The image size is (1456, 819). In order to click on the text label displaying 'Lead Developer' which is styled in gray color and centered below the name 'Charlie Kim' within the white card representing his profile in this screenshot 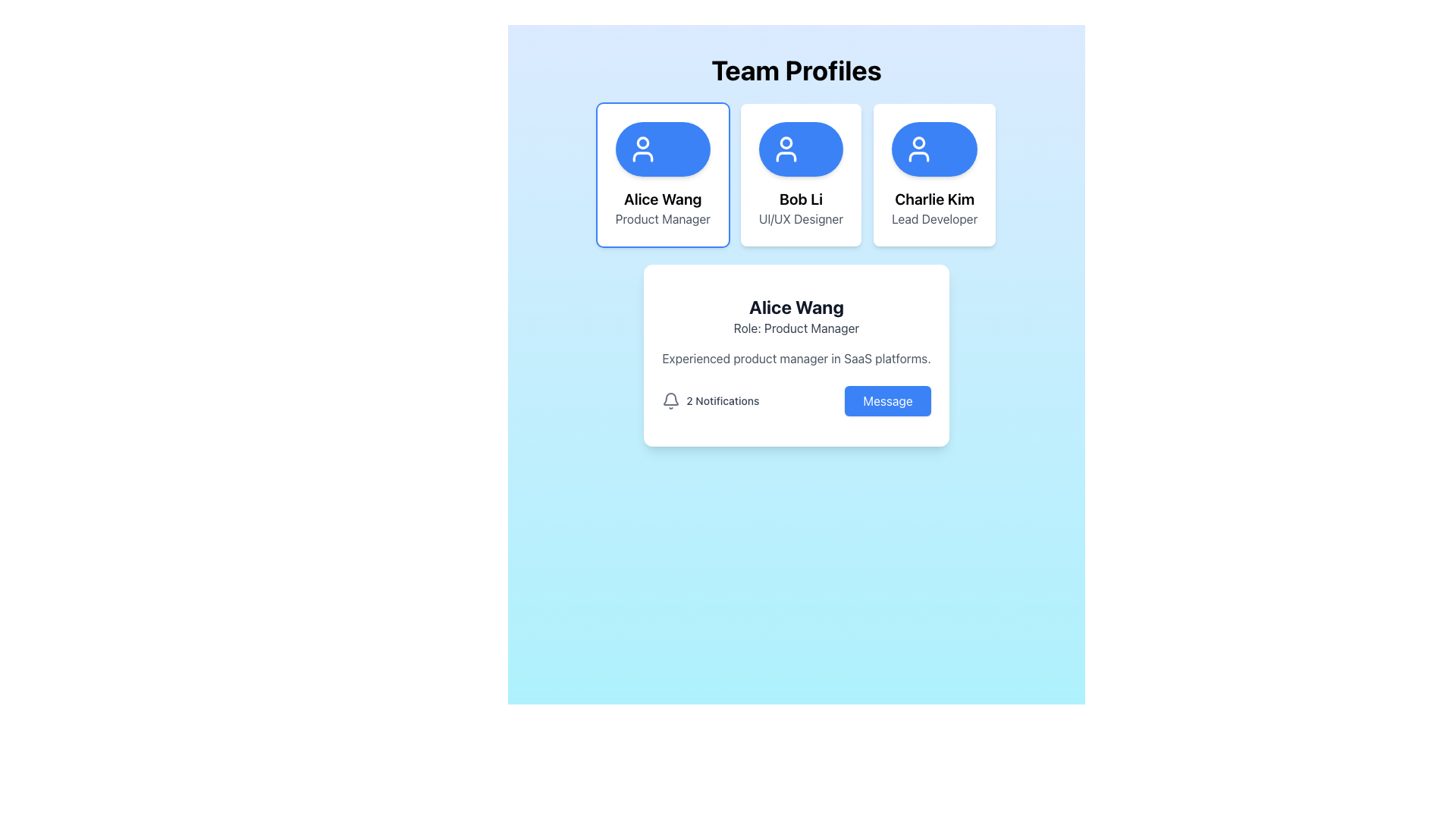, I will do `click(934, 219)`.